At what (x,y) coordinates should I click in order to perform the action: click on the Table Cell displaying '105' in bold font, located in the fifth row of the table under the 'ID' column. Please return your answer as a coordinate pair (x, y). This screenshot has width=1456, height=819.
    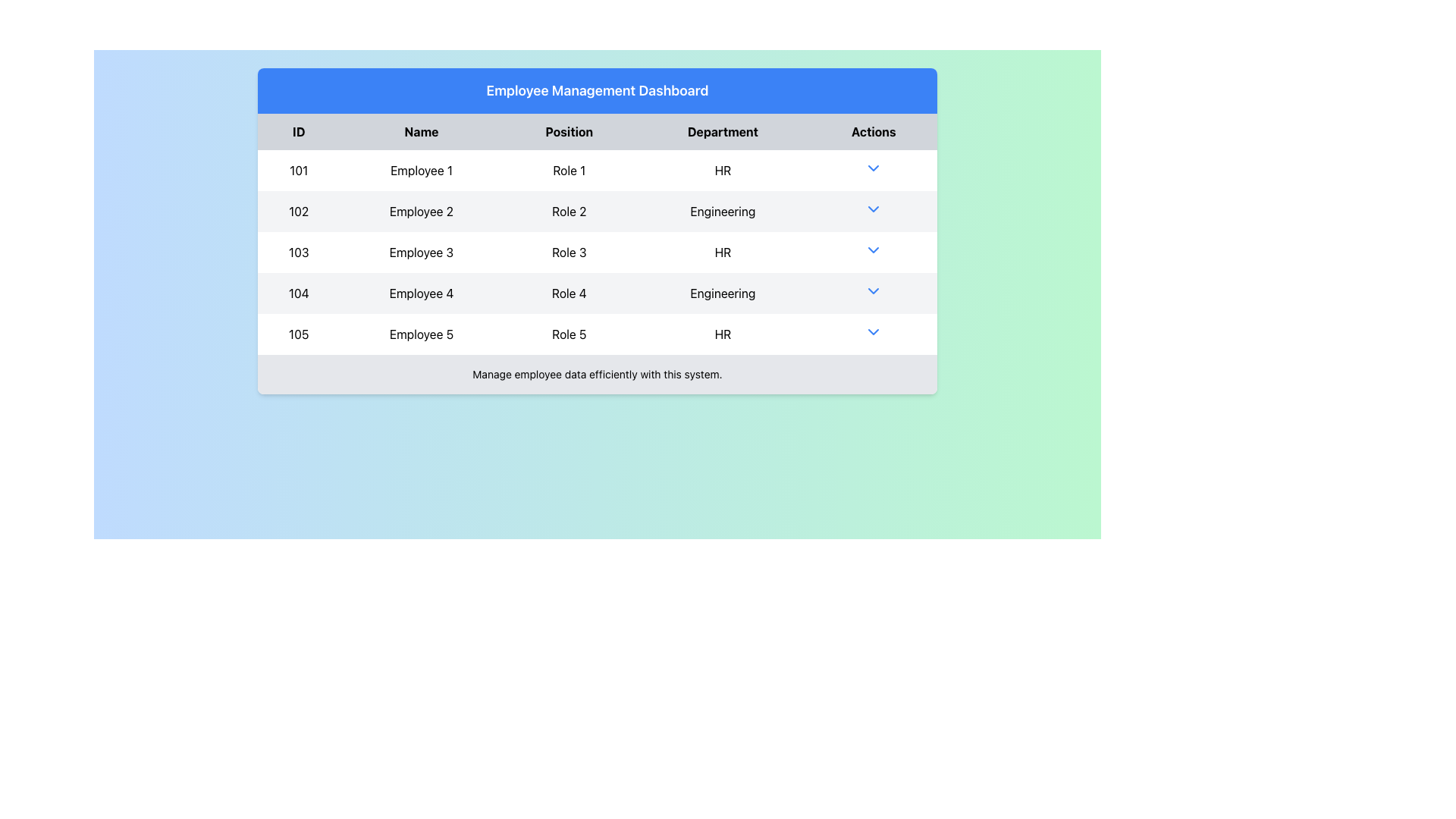
    Looking at the image, I should click on (299, 333).